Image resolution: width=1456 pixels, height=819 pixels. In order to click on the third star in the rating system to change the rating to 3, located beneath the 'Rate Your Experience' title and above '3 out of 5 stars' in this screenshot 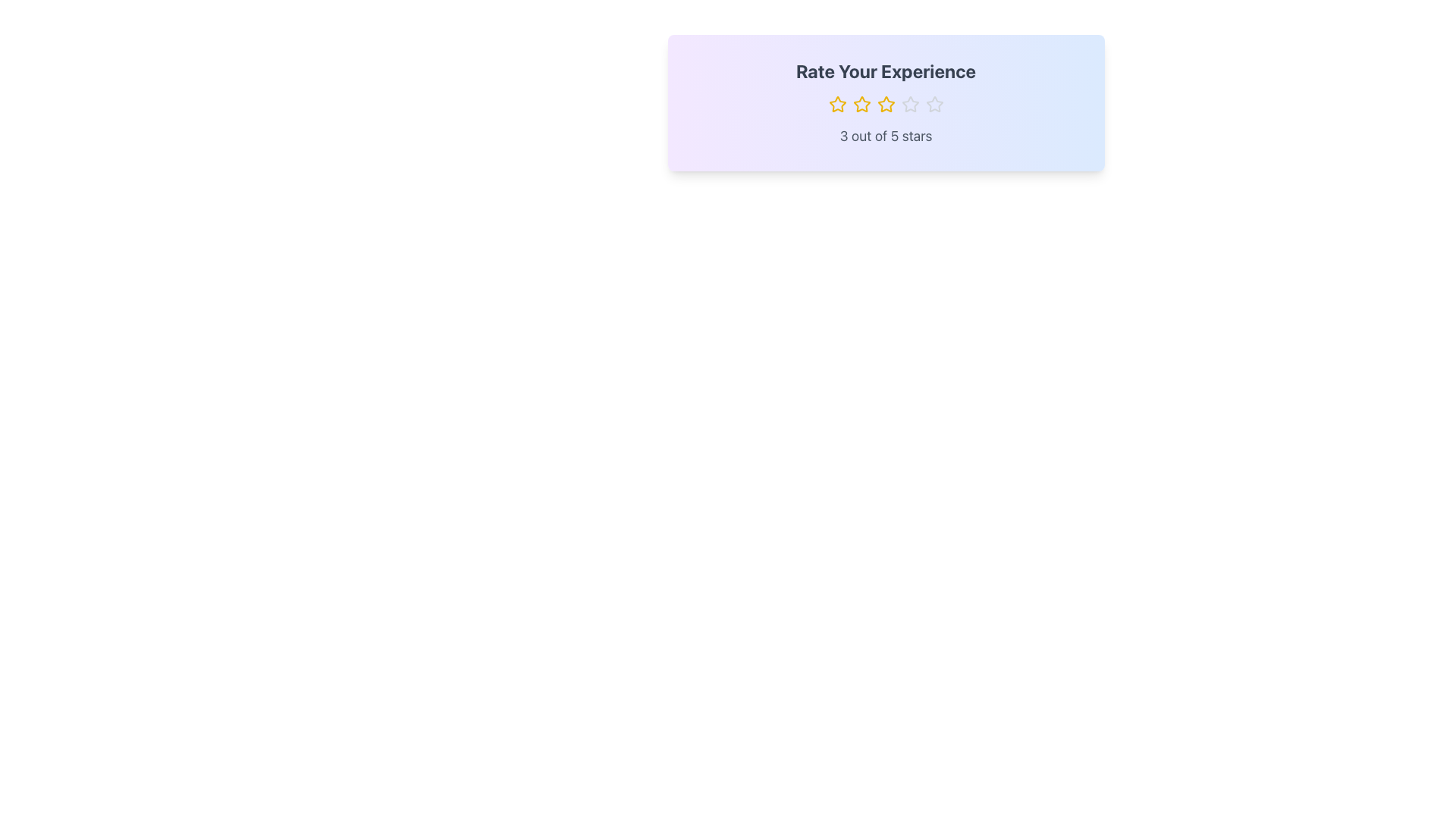, I will do `click(886, 104)`.